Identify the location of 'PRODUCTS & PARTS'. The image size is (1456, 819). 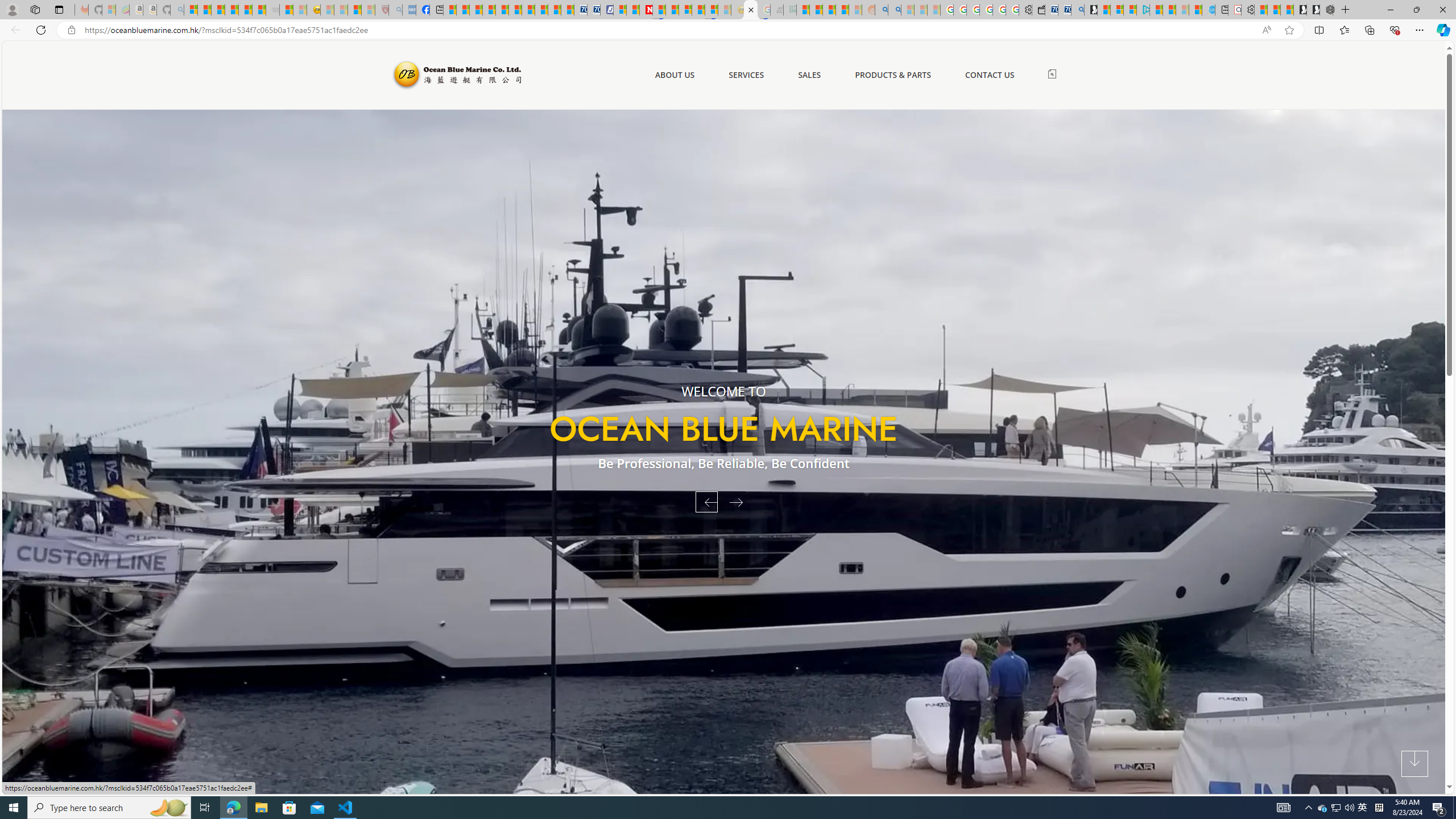
(892, 74).